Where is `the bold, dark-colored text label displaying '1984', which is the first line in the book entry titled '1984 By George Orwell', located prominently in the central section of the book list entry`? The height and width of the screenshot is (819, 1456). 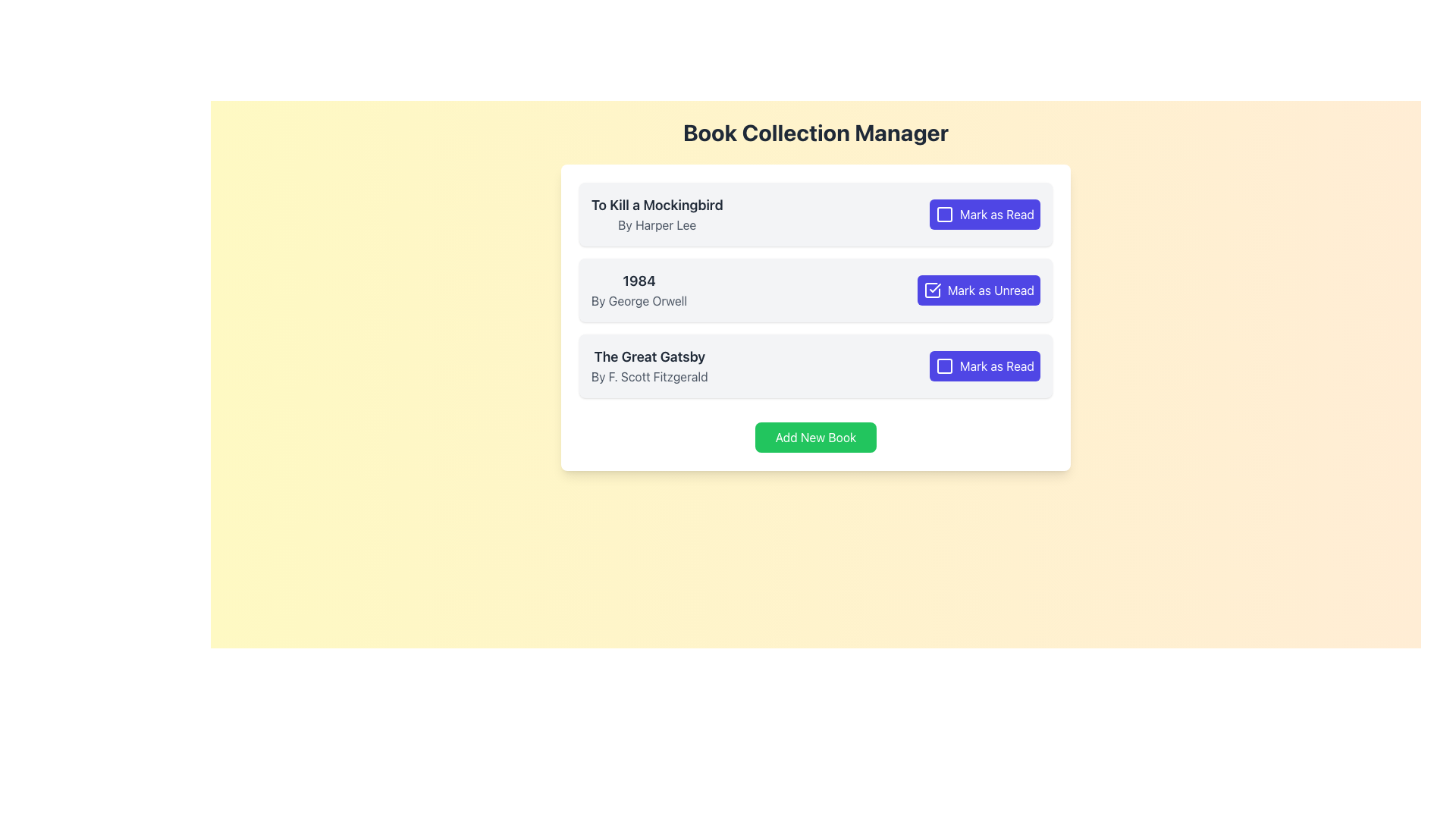
the bold, dark-colored text label displaying '1984', which is the first line in the book entry titled '1984 By George Orwell', located prominently in the central section of the book list entry is located at coordinates (639, 281).